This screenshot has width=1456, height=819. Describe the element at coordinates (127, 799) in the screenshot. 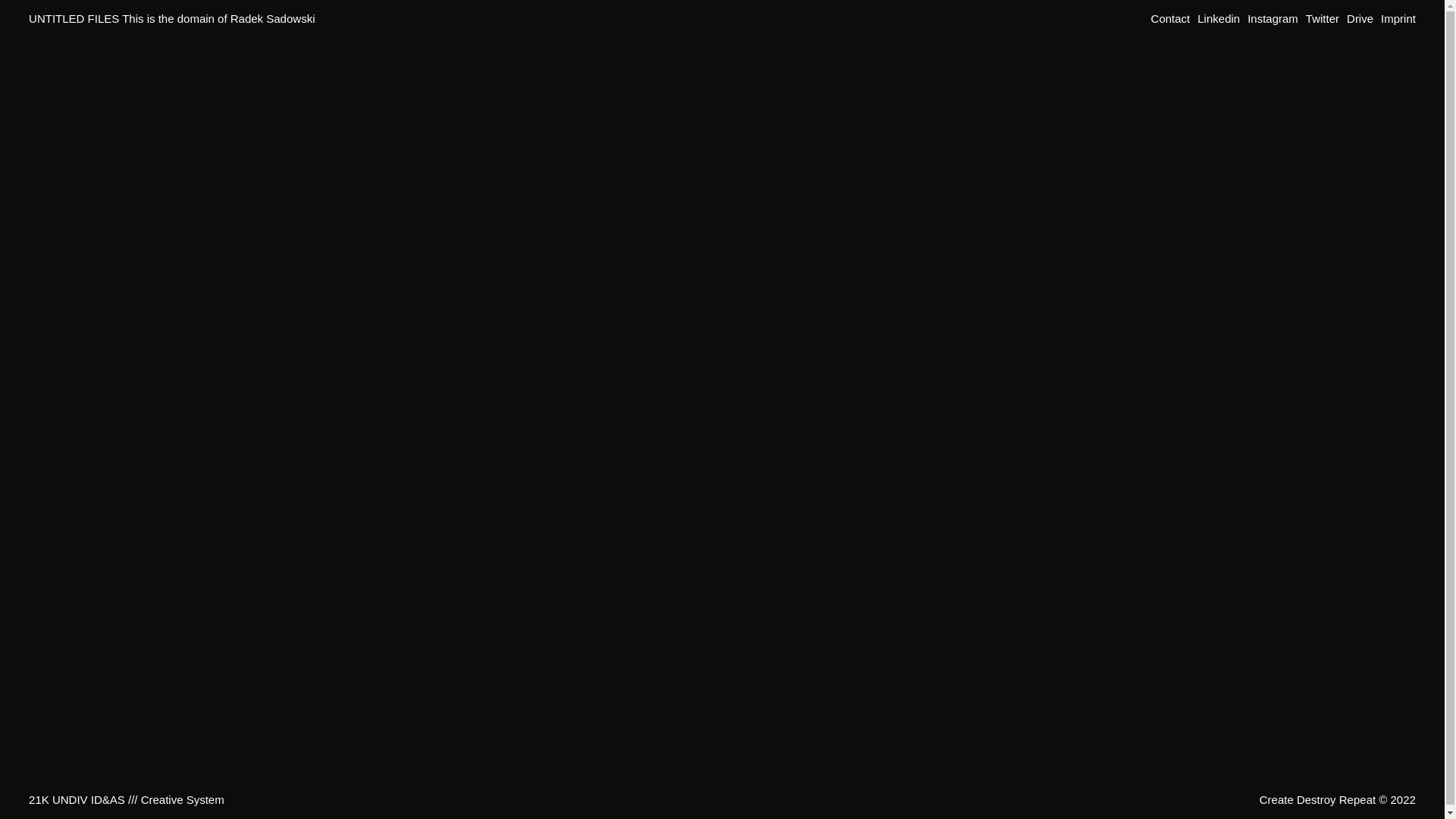

I see `'21K UNDIV ID&AS /// Creative System'` at that location.